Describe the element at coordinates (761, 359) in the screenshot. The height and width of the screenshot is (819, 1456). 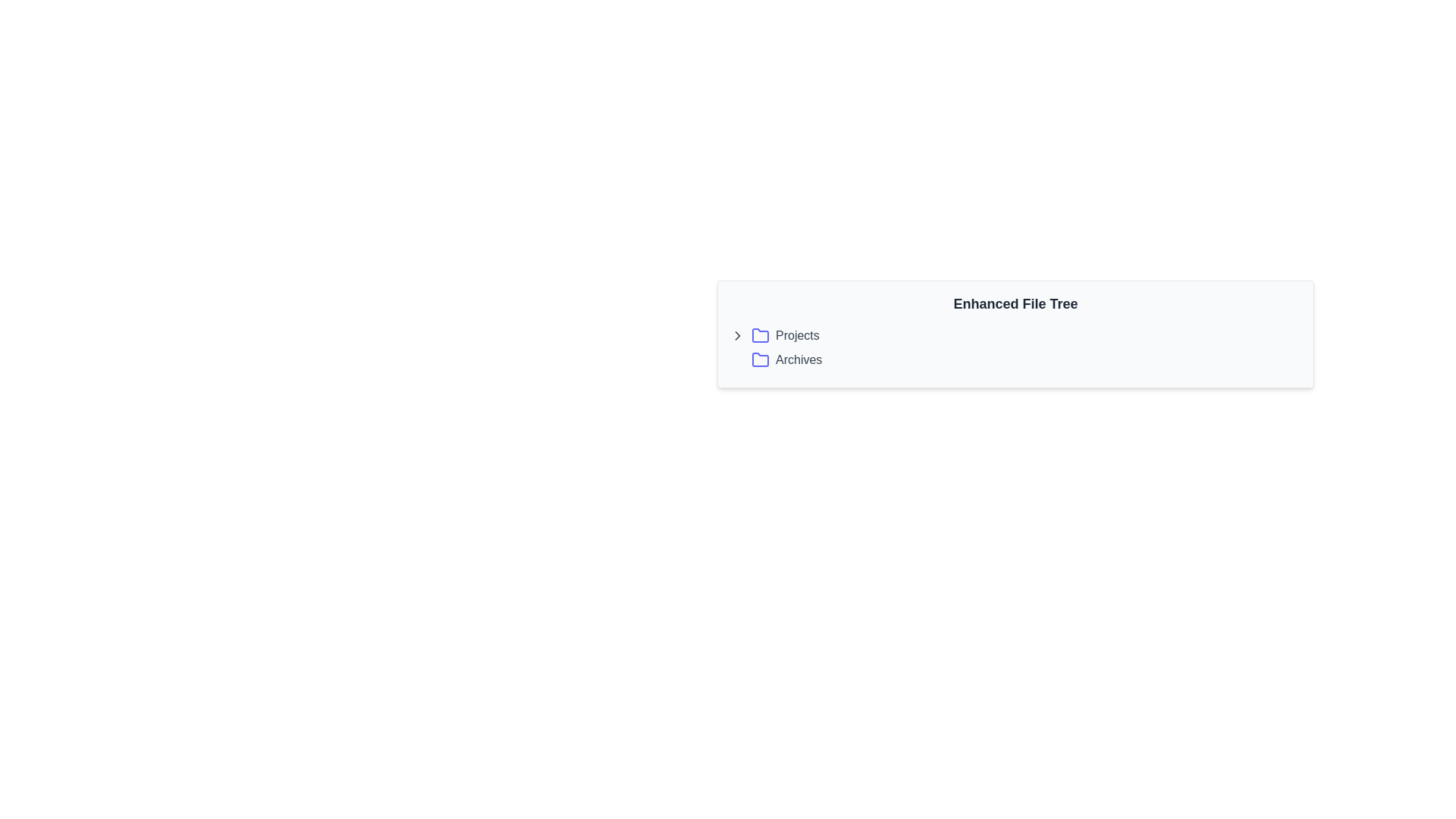
I see `the folder icon representing 'Archives' located to the left of the 'Archives' text label in the file directory` at that location.